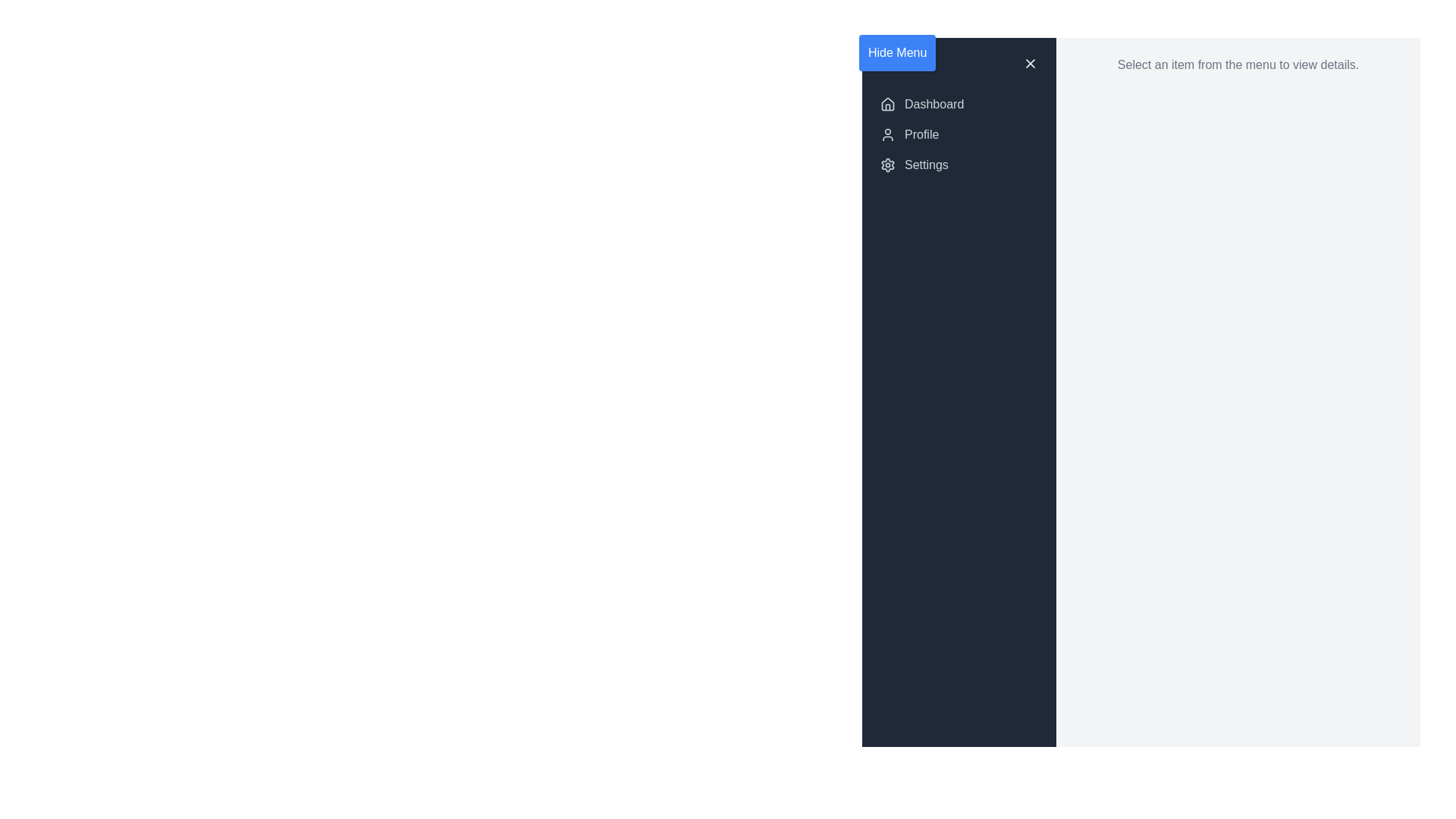 Image resolution: width=1456 pixels, height=819 pixels. Describe the element at coordinates (959, 165) in the screenshot. I see `the settings menu item` at that location.